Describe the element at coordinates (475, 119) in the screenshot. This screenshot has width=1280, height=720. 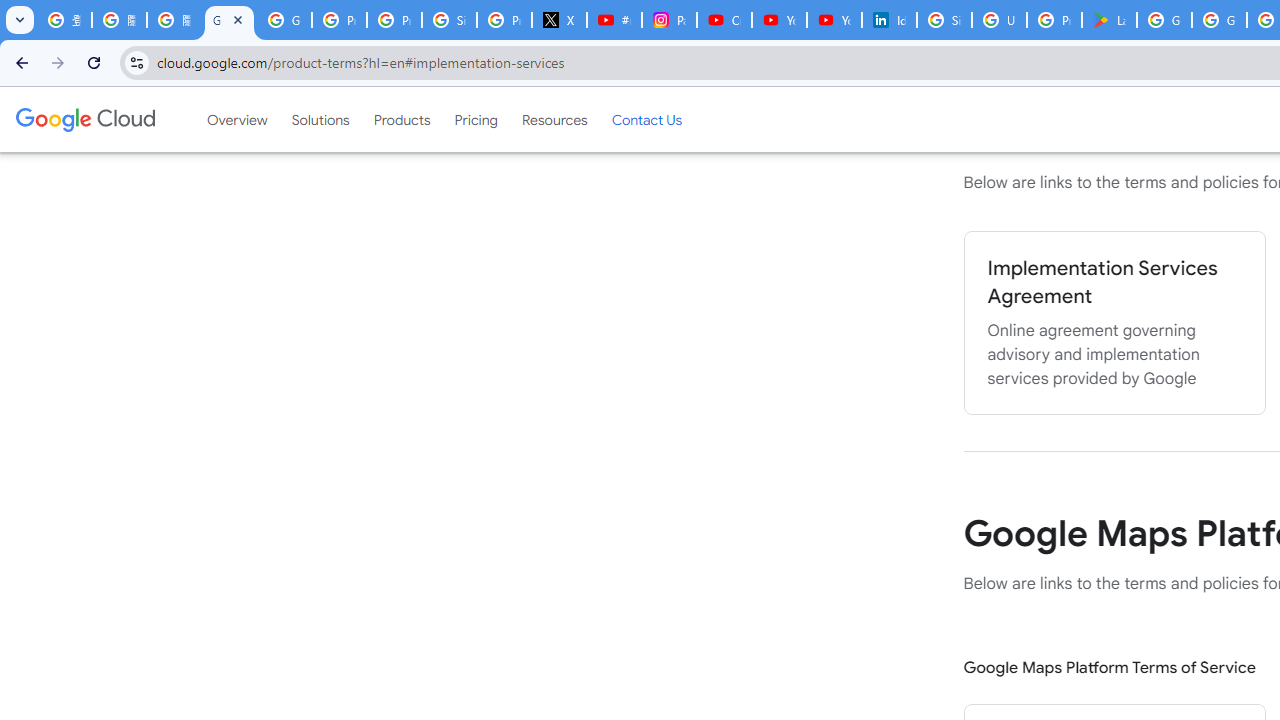
I see `'Pricing'` at that location.